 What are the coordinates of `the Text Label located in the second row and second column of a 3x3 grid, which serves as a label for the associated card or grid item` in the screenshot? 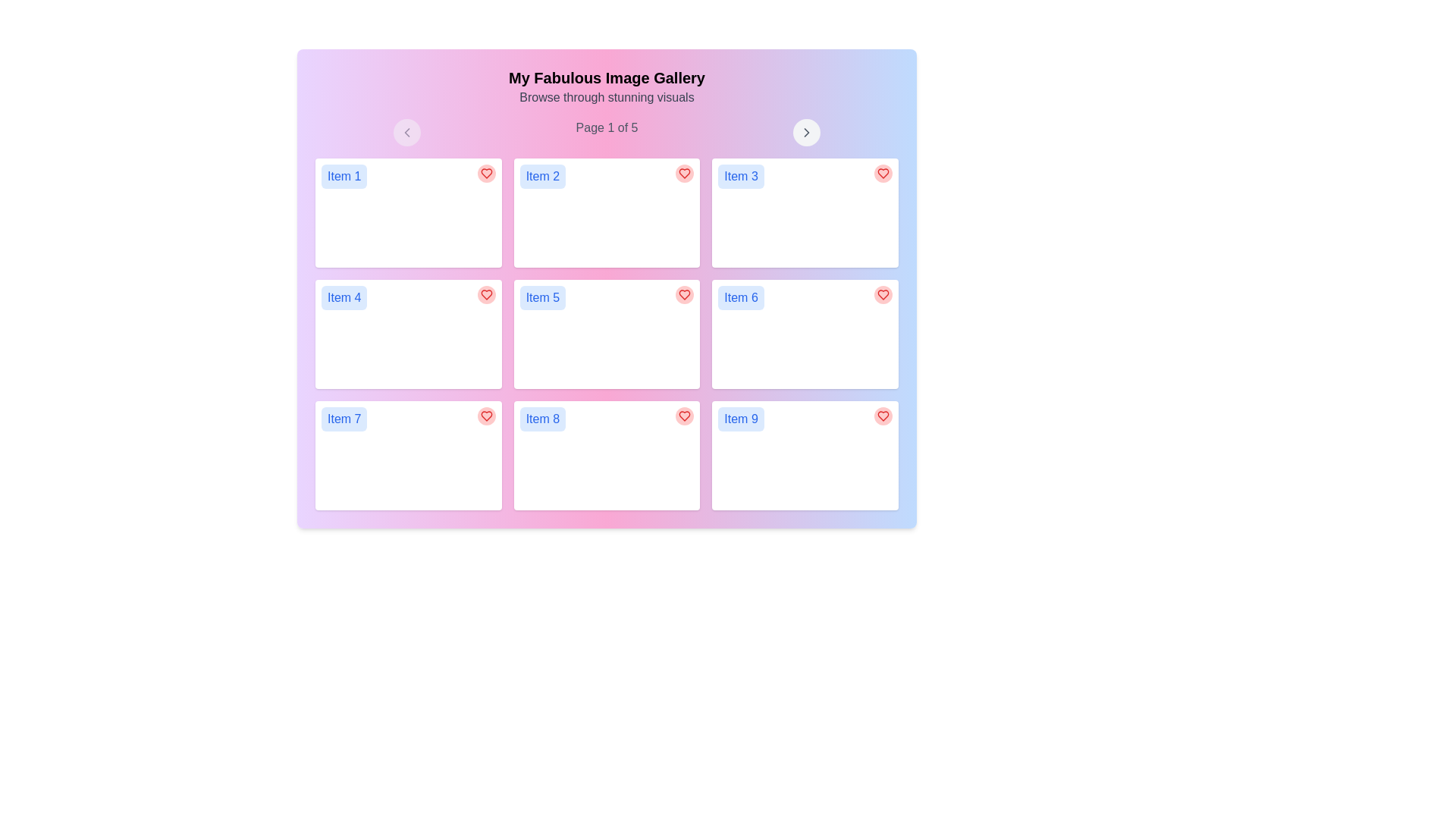 It's located at (542, 298).